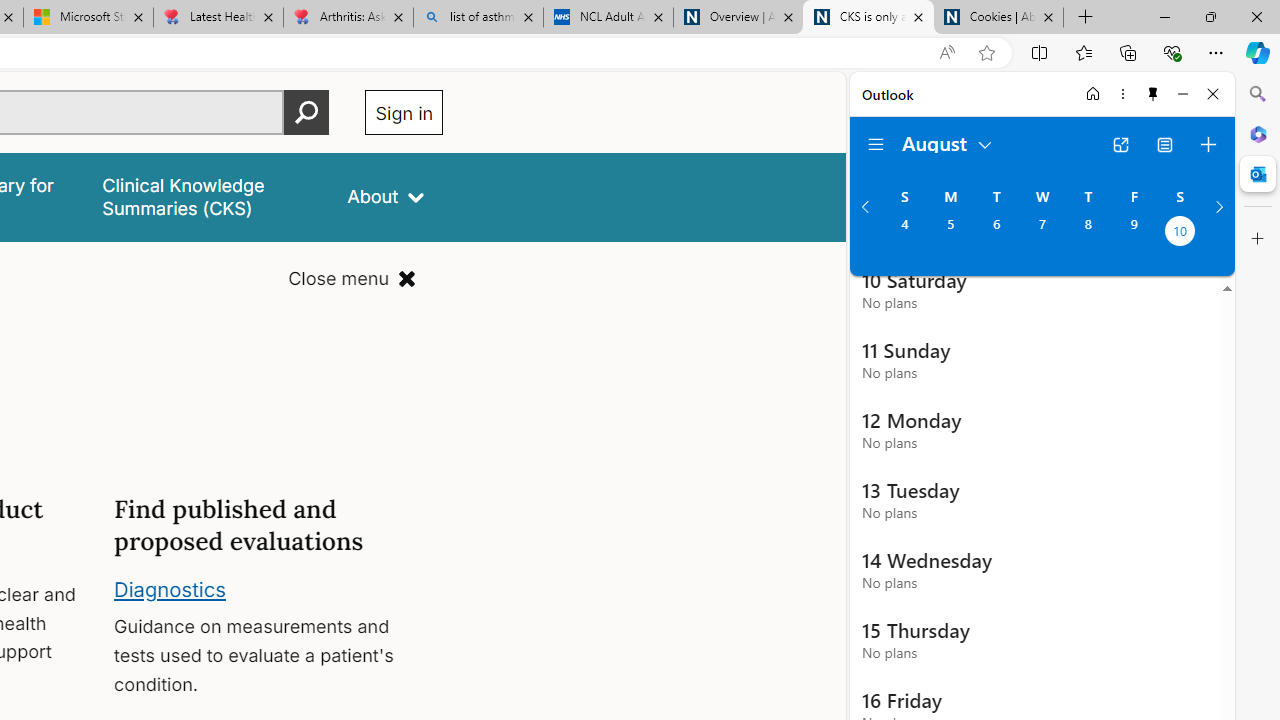 This screenshot has height=720, width=1280. I want to click on 'Folder navigation', so click(876, 144).